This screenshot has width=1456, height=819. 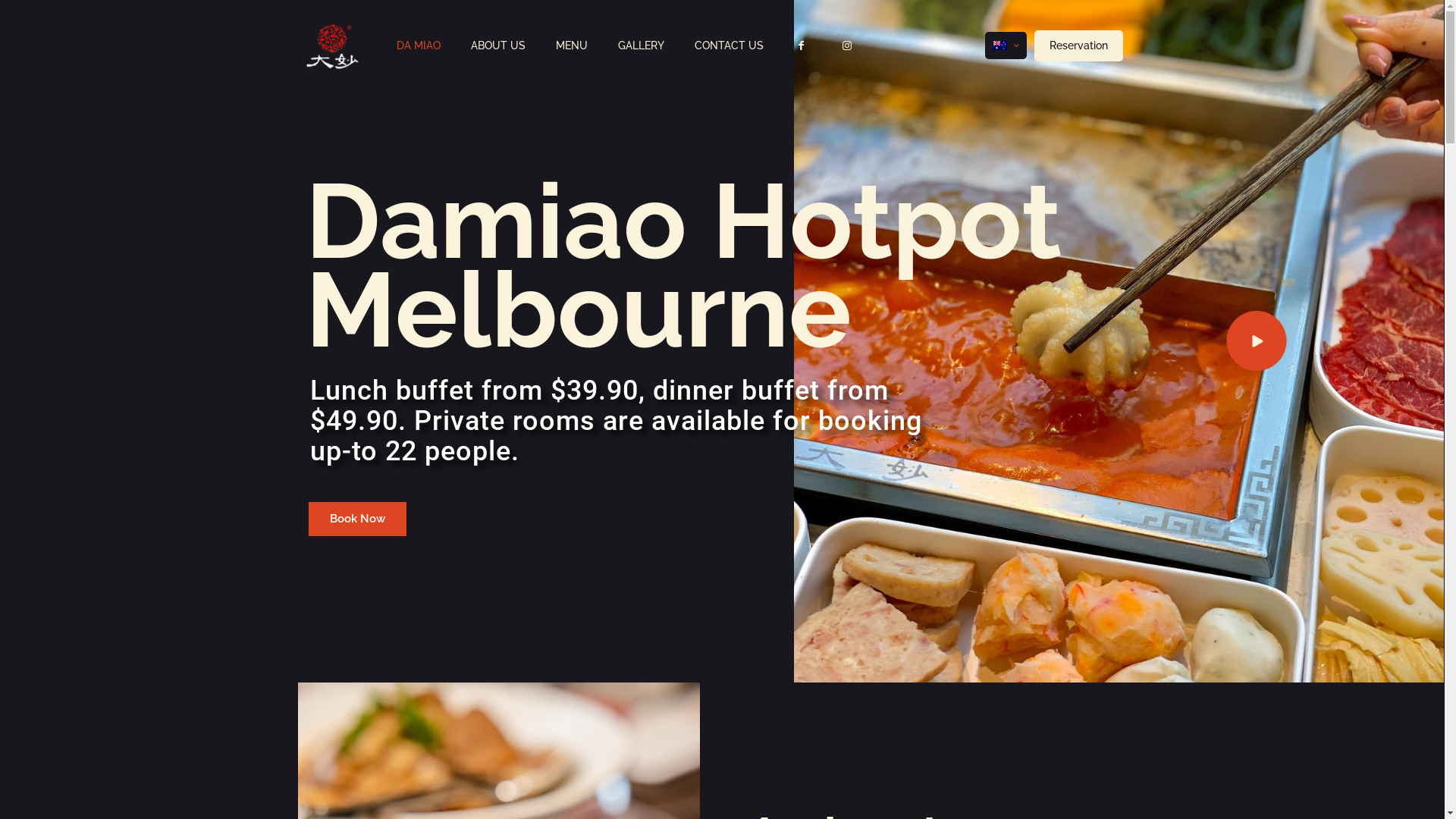 What do you see at coordinates (498, 45) in the screenshot?
I see `'ABOUT US'` at bounding box center [498, 45].